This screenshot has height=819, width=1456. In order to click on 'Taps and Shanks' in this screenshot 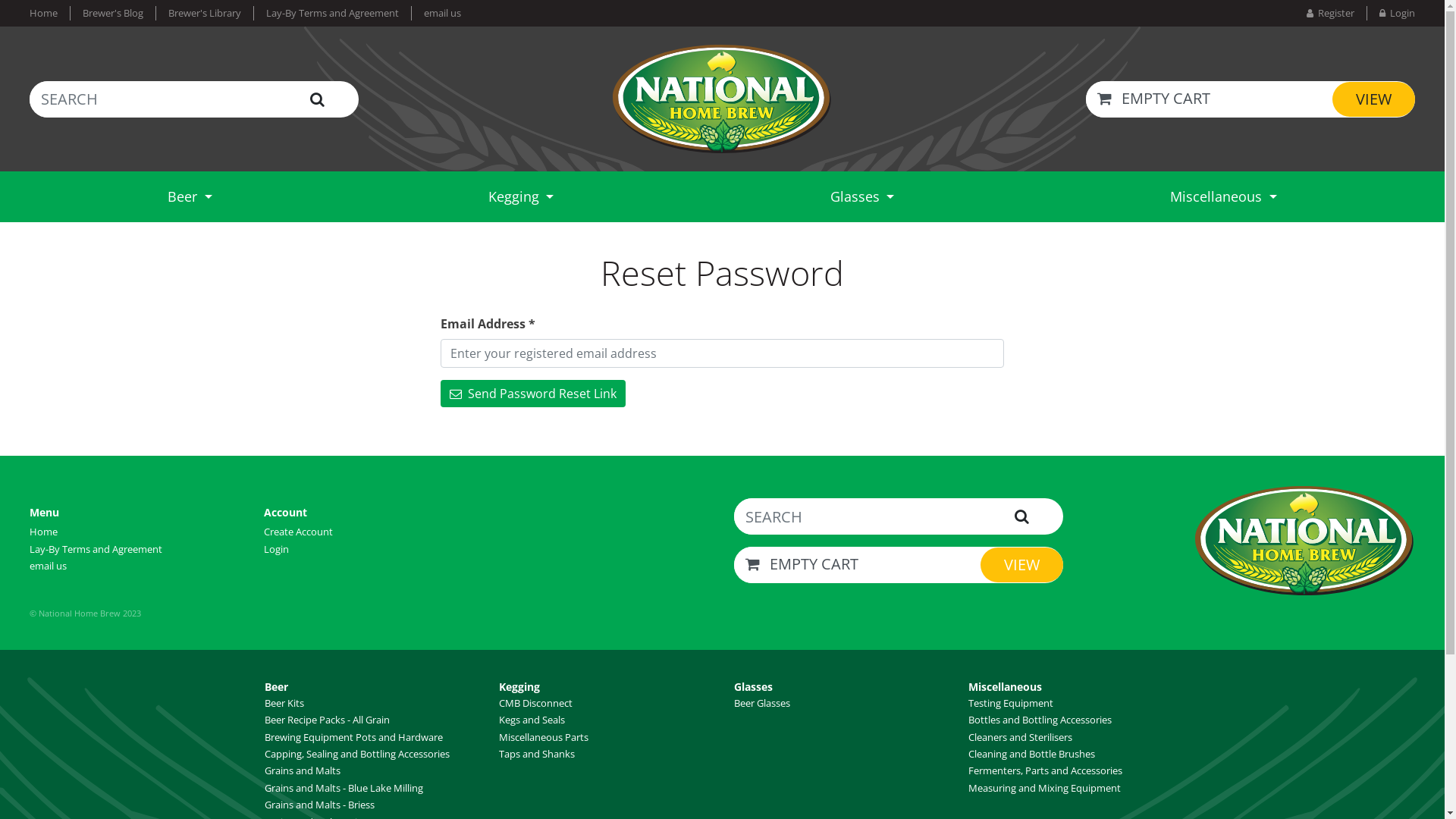, I will do `click(537, 754)`.